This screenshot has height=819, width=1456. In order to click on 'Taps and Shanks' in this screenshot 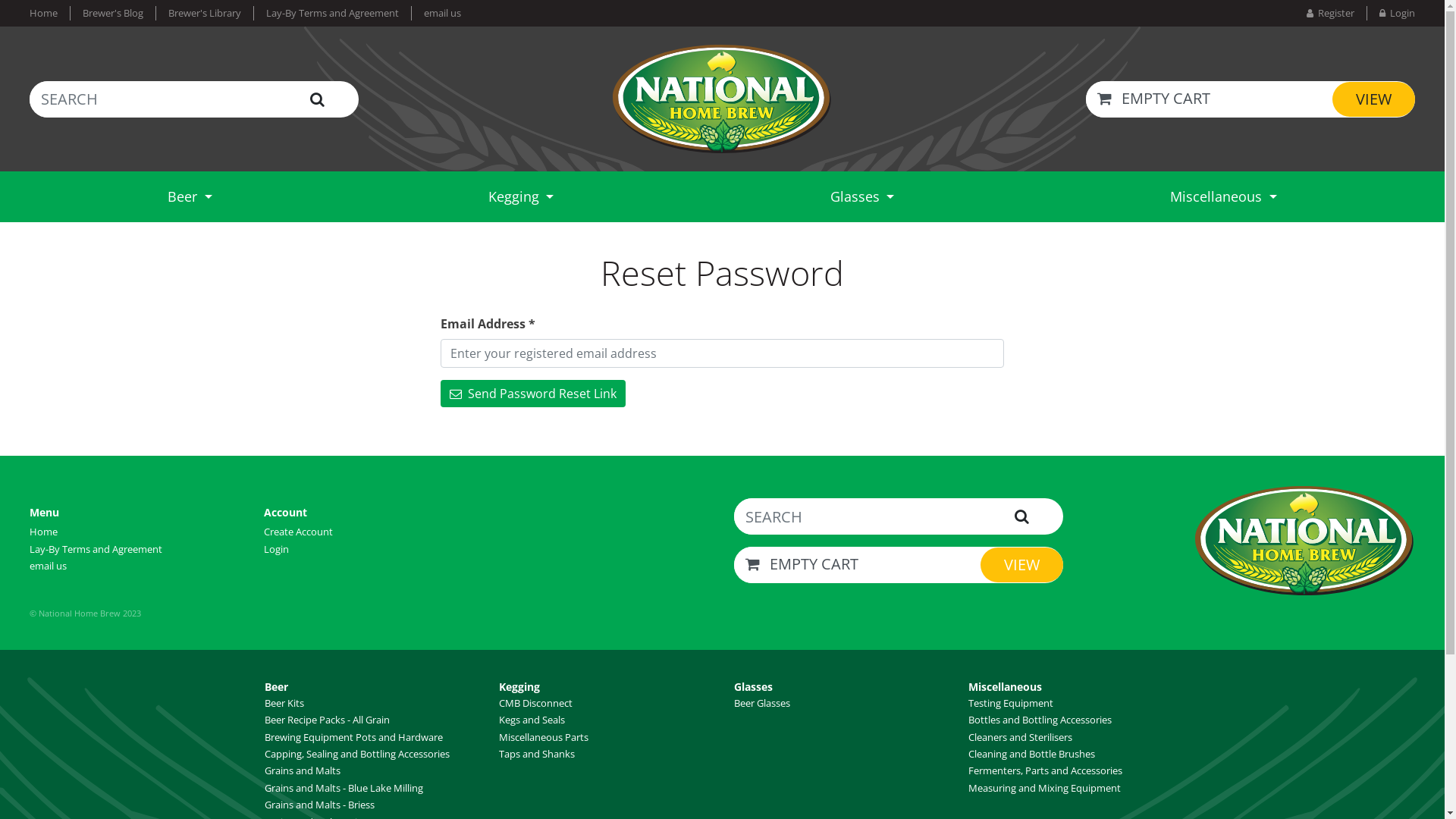, I will do `click(537, 754)`.